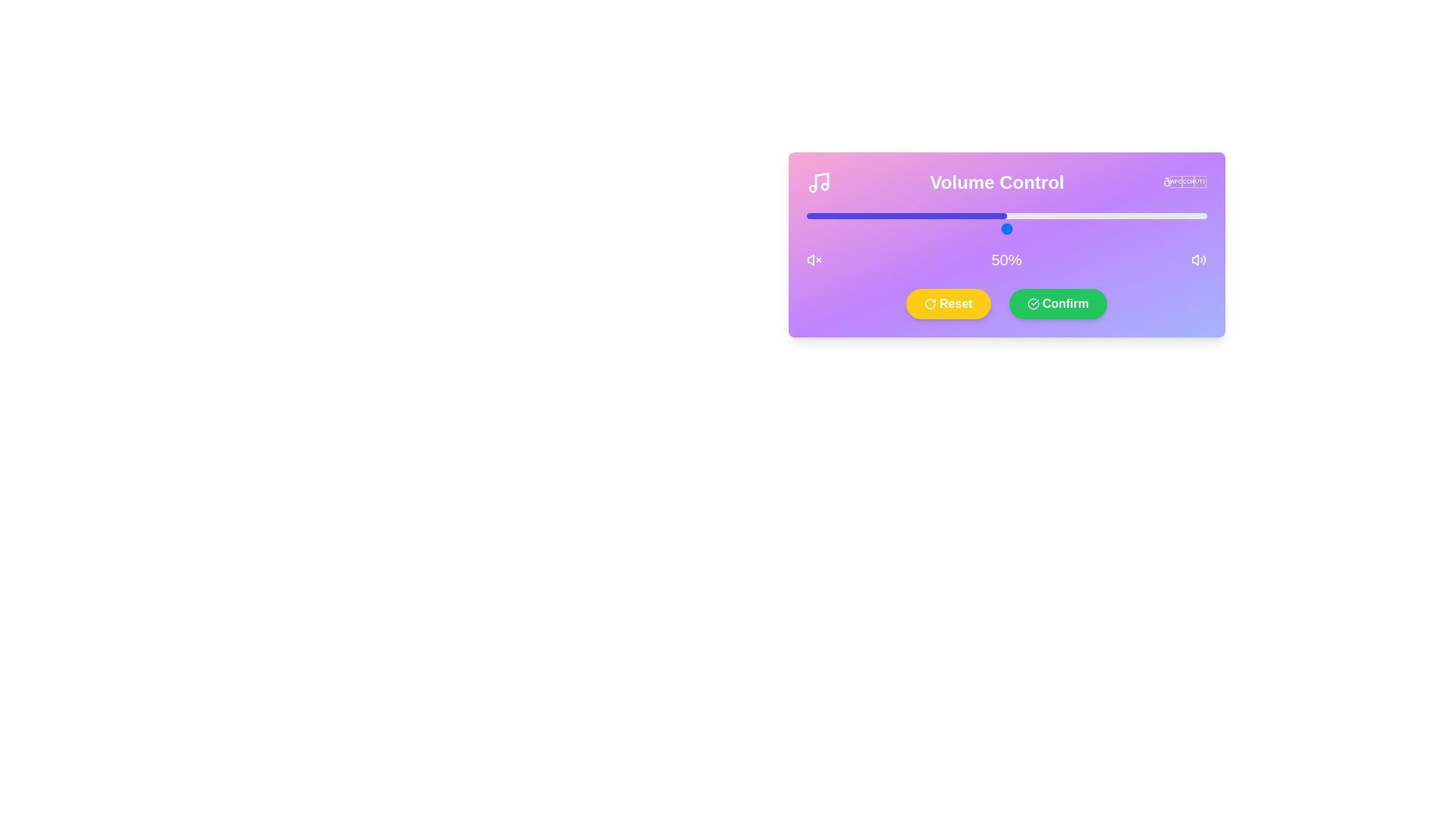  What do you see at coordinates (1006, 259) in the screenshot?
I see `the text label displaying '50%' located in the 'Volume Control' panel` at bounding box center [1006, 259].